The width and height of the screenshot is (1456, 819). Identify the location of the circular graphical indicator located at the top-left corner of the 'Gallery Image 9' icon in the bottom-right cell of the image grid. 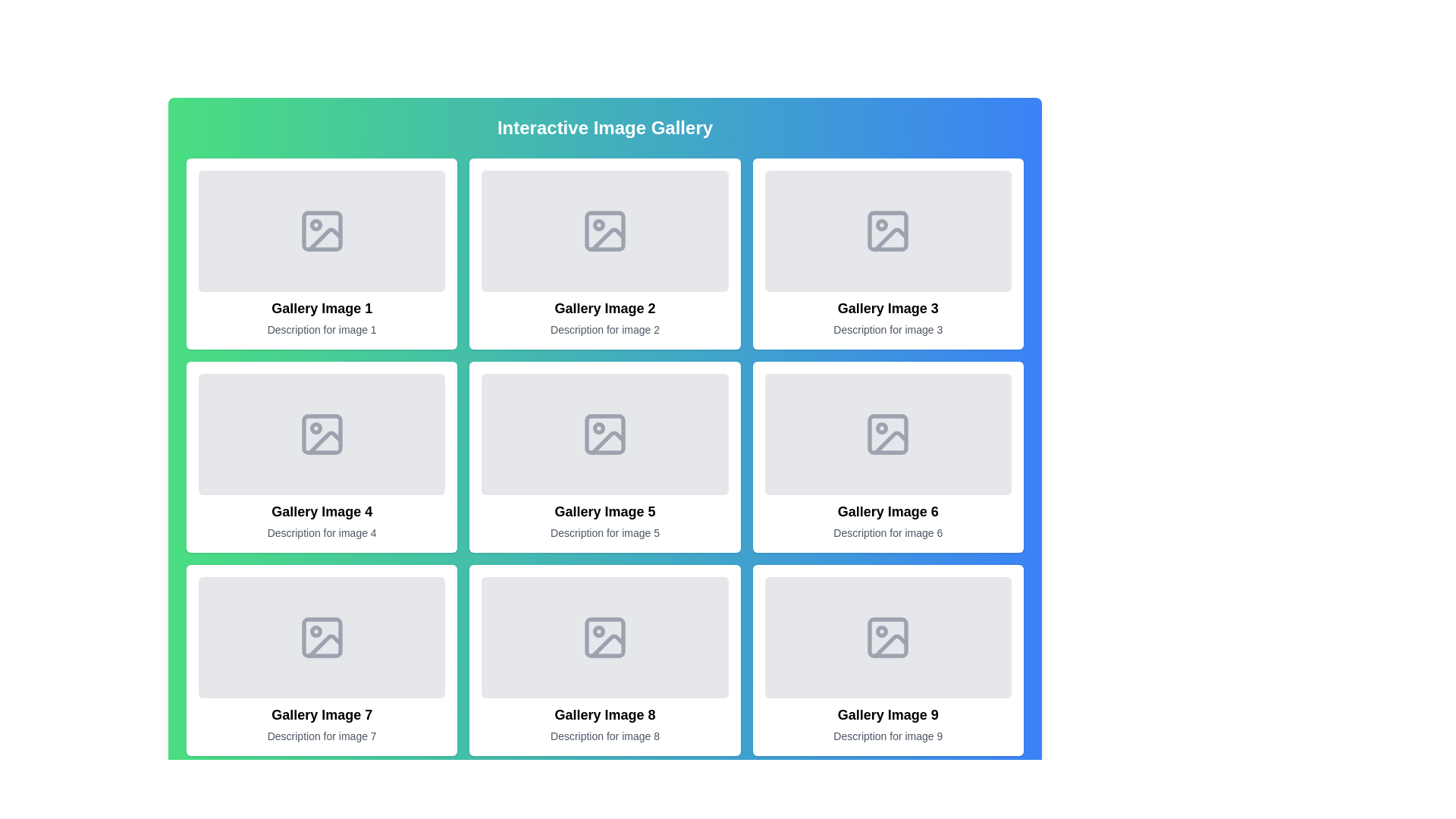
(882, 632).